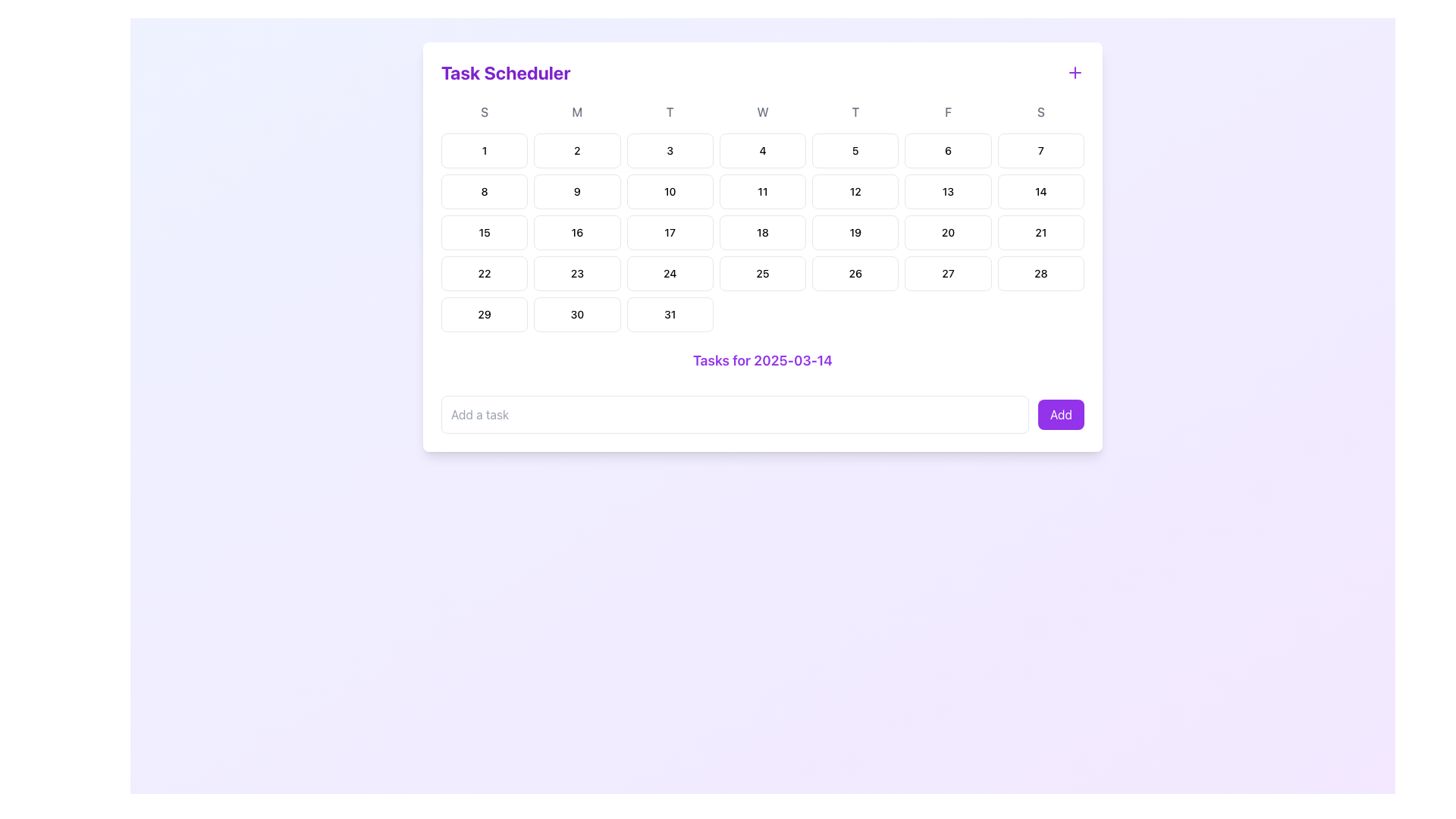 This screenshot has width=1456, height=819. I want to click on the 'Add' button with rounded corners and a purple background located at the bottom-right corner of the task scheduler interface, so click(1060, 415).